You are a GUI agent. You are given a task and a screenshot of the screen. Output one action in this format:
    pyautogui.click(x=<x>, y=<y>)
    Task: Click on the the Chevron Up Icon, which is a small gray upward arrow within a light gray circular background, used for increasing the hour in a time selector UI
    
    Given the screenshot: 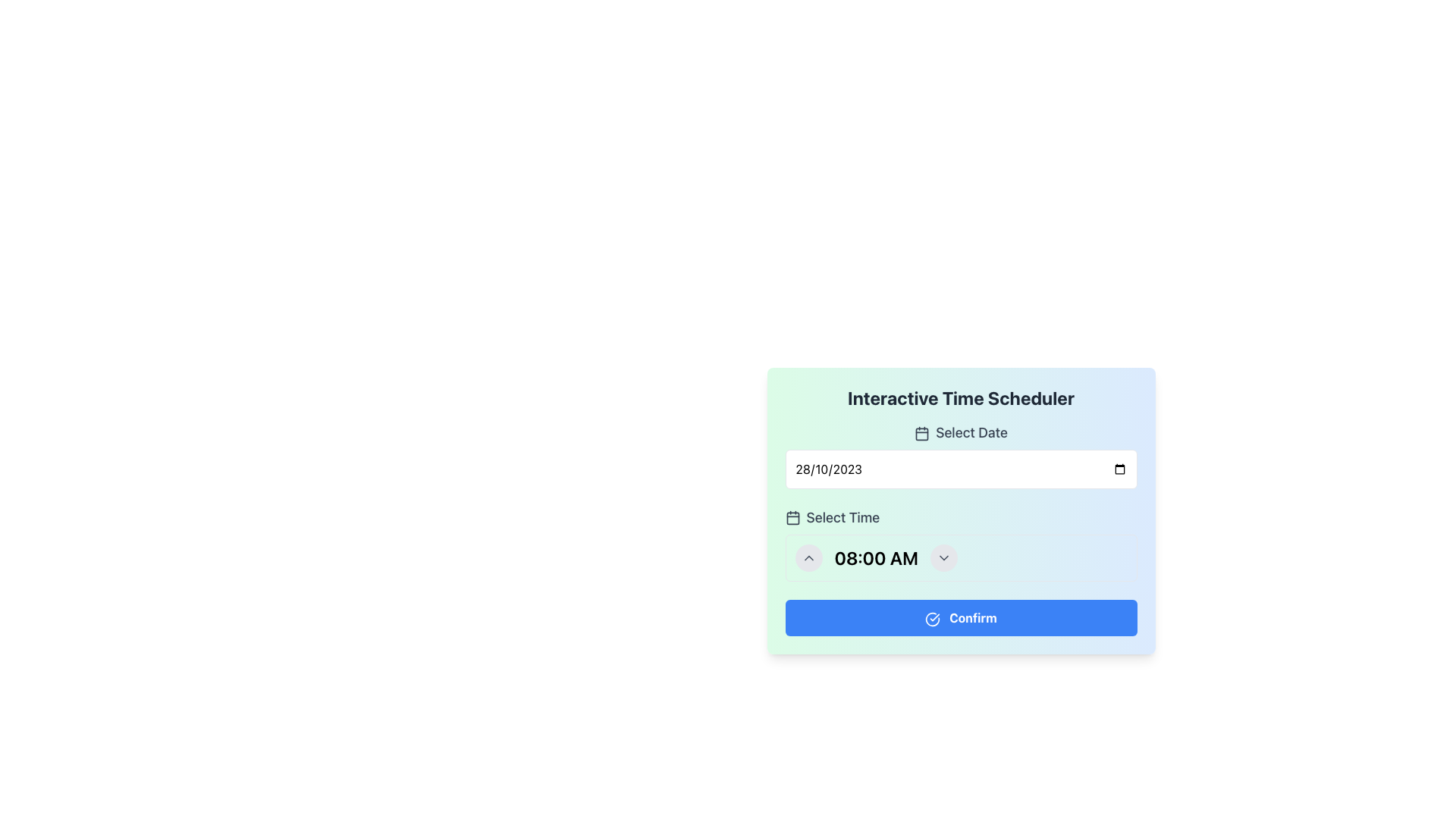 What is the action you would take?
    pyautogui.click(x=808, y=558)
    